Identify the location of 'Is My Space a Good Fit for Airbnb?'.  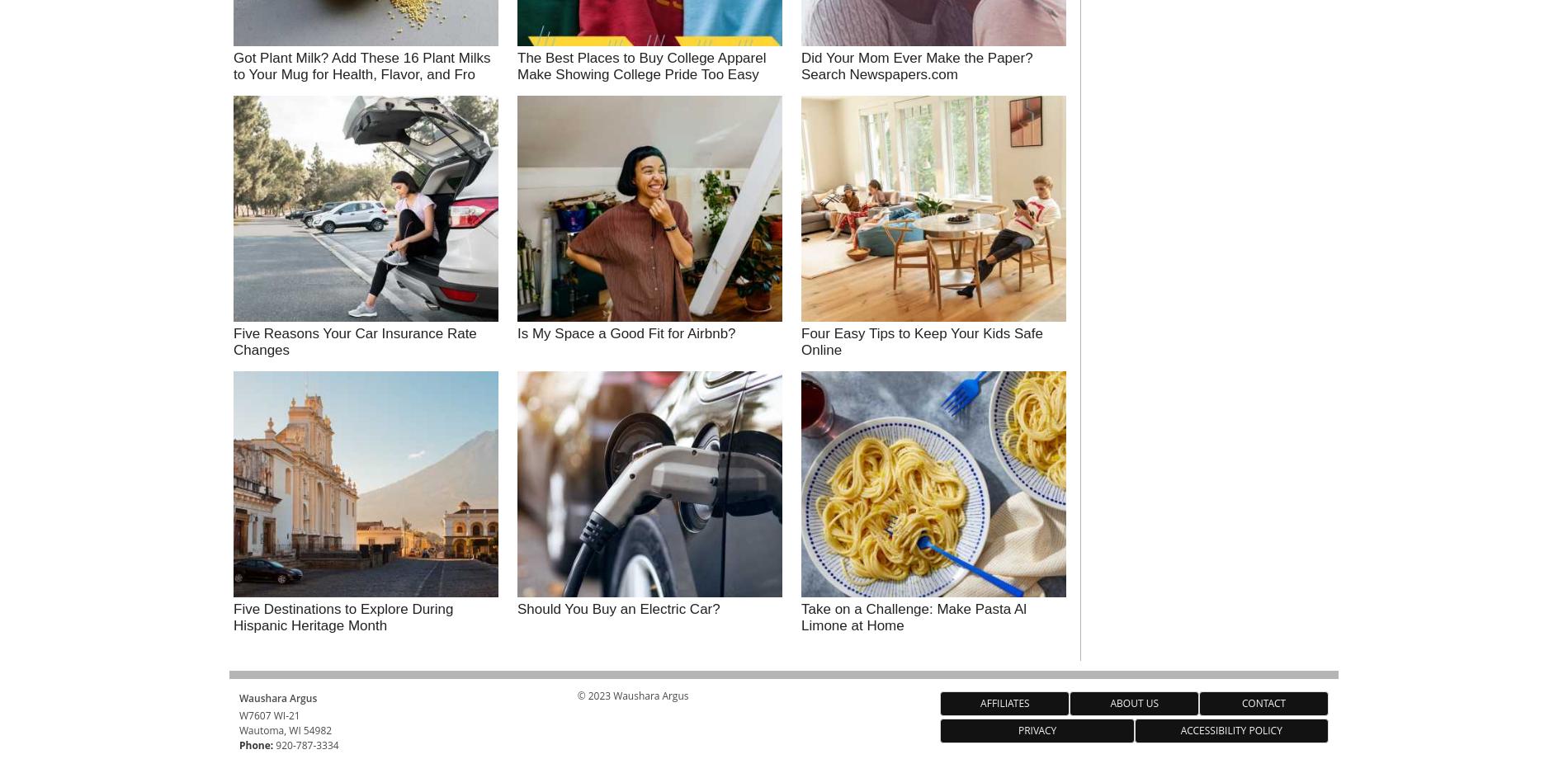
(626, 332).